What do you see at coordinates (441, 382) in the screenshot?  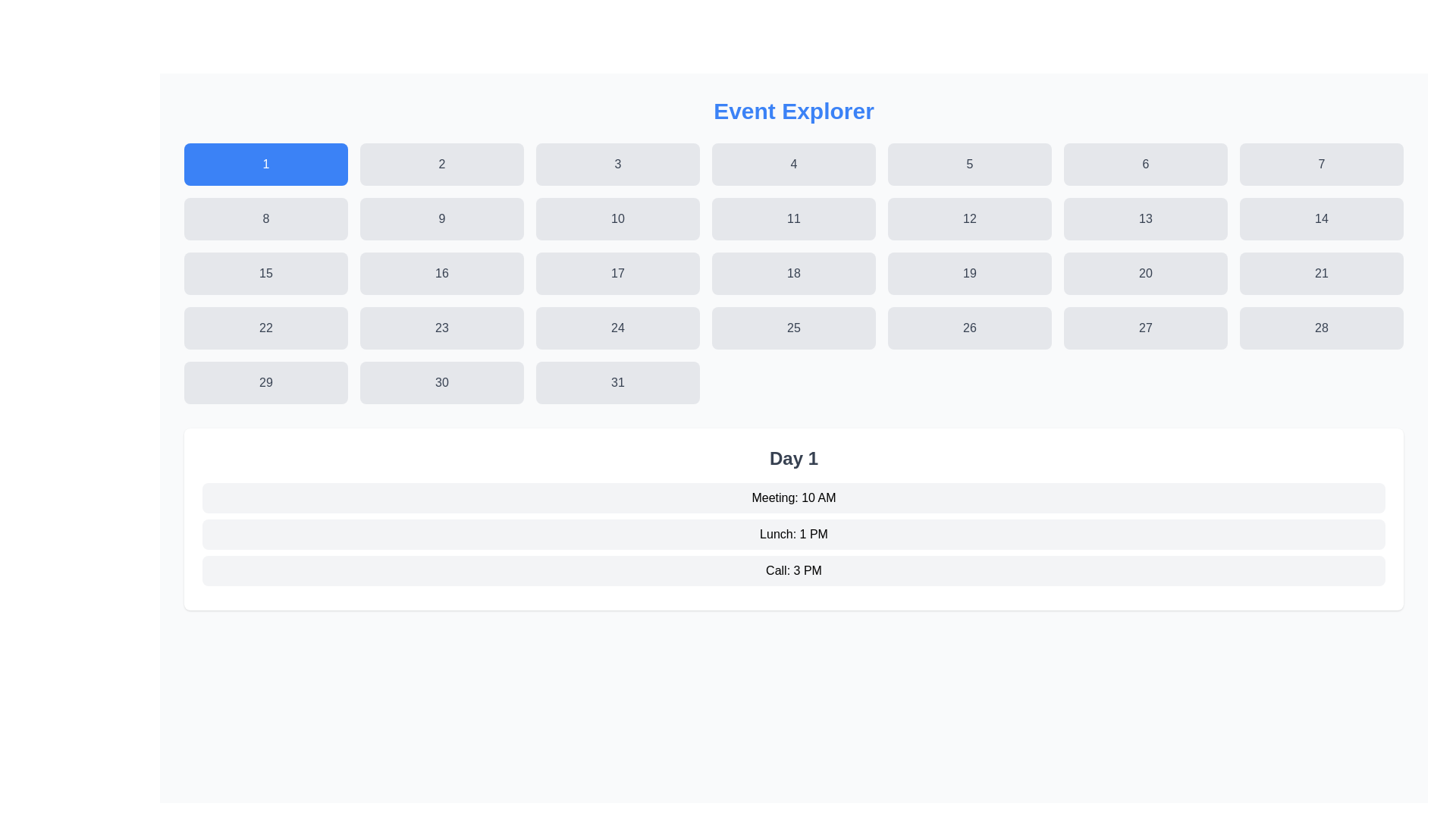 I see `the rectangular button containing the number '30' to observe its hover effect` at bounding box center [441, 382].